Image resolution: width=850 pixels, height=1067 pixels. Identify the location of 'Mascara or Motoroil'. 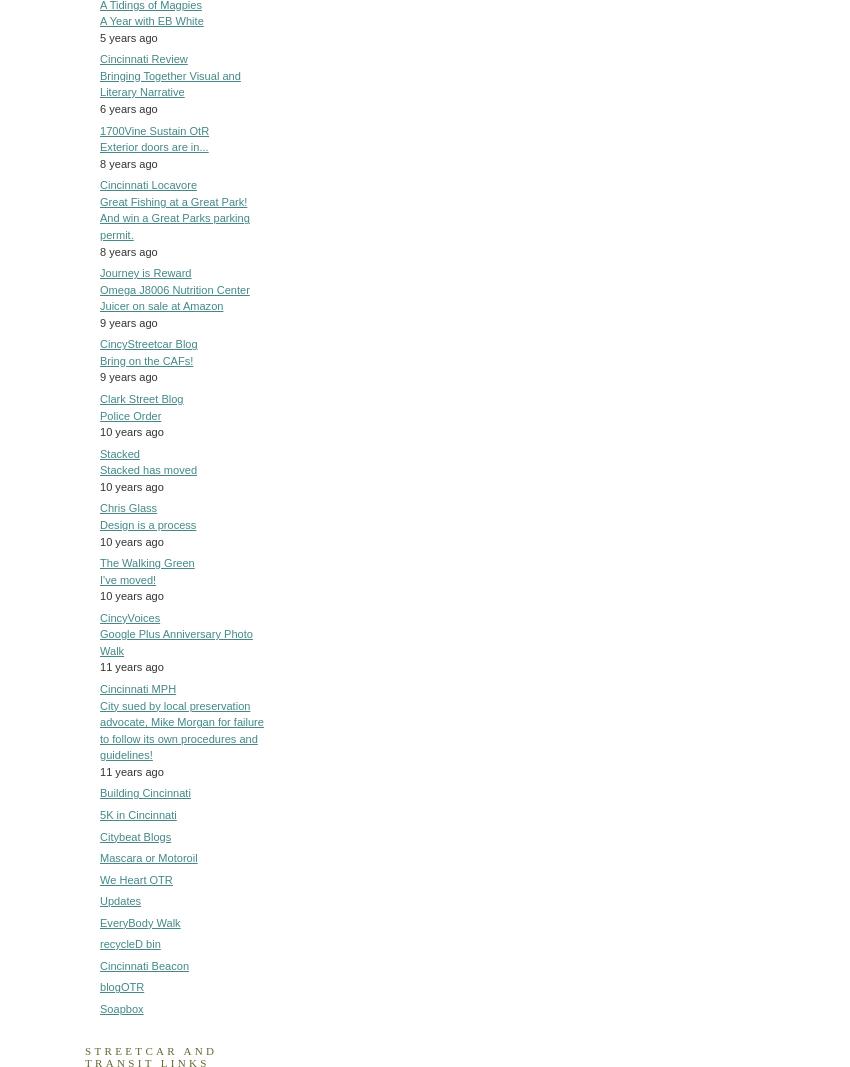
(148, 856).